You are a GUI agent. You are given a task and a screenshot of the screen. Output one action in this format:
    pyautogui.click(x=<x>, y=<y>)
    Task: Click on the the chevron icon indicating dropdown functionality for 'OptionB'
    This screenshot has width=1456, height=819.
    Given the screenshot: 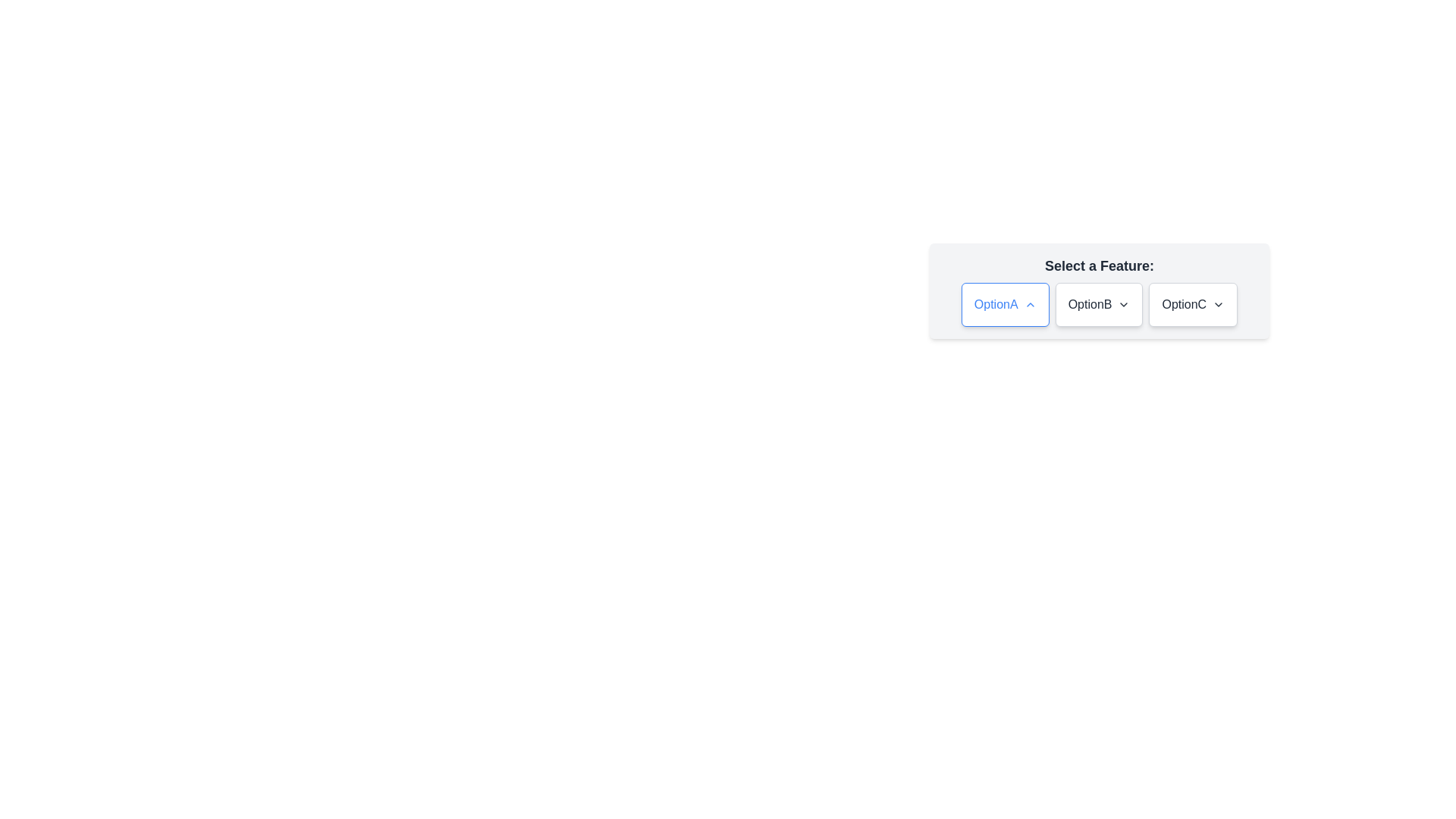 What is the action you would take?
    pyautogui.click(x=1124, y=304)
    